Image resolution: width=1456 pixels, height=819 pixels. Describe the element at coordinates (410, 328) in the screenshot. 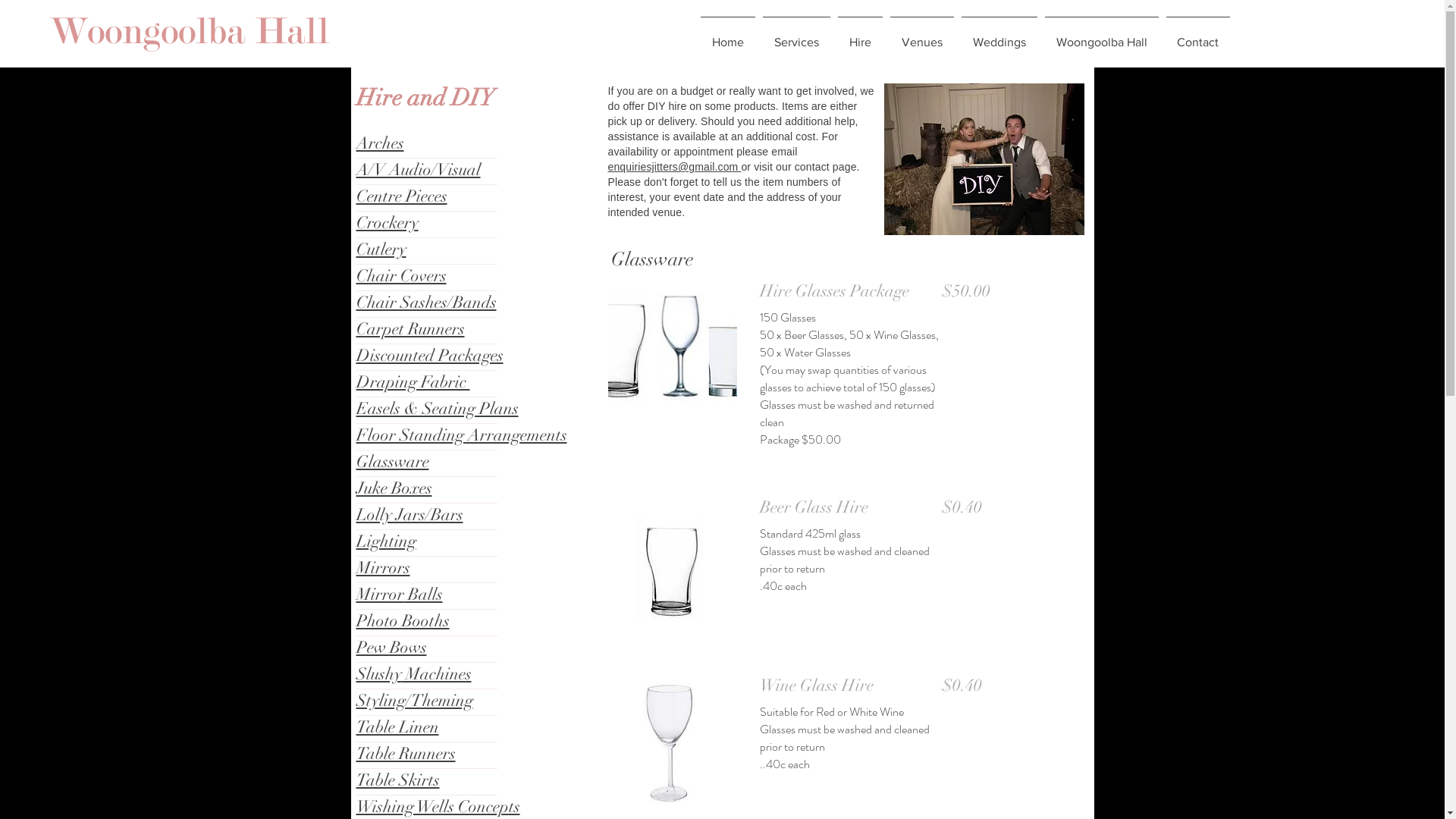

I see `'Carpet Runners'` at that location.